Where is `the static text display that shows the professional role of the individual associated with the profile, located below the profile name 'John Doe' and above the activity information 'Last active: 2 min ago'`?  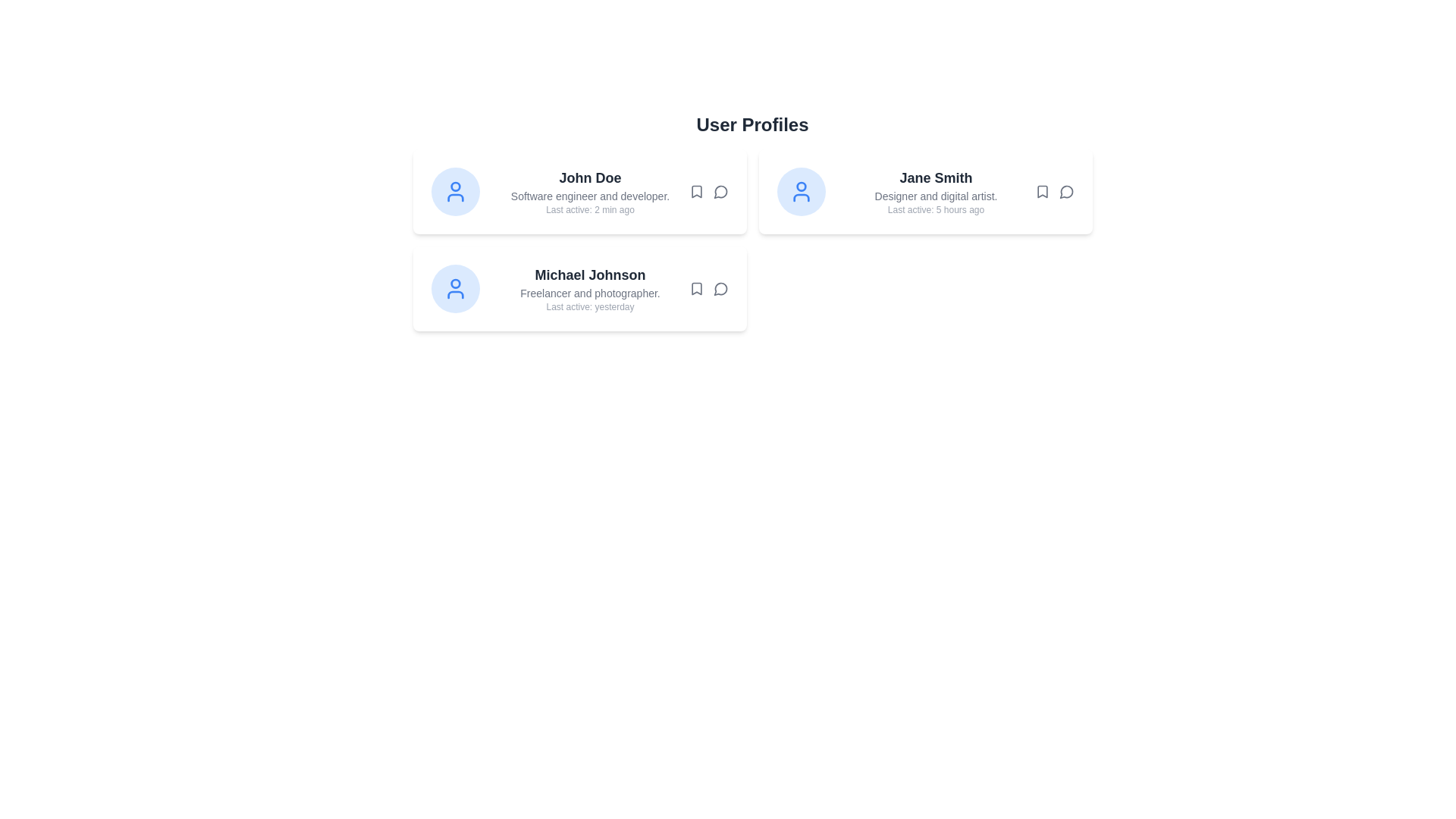 the static text display that shows the professional role of the individual associated with the profile, located below the profile name 'John Doe' and above the activity information 'Last active: 2 min ago' is located at coordinates (589, 195).